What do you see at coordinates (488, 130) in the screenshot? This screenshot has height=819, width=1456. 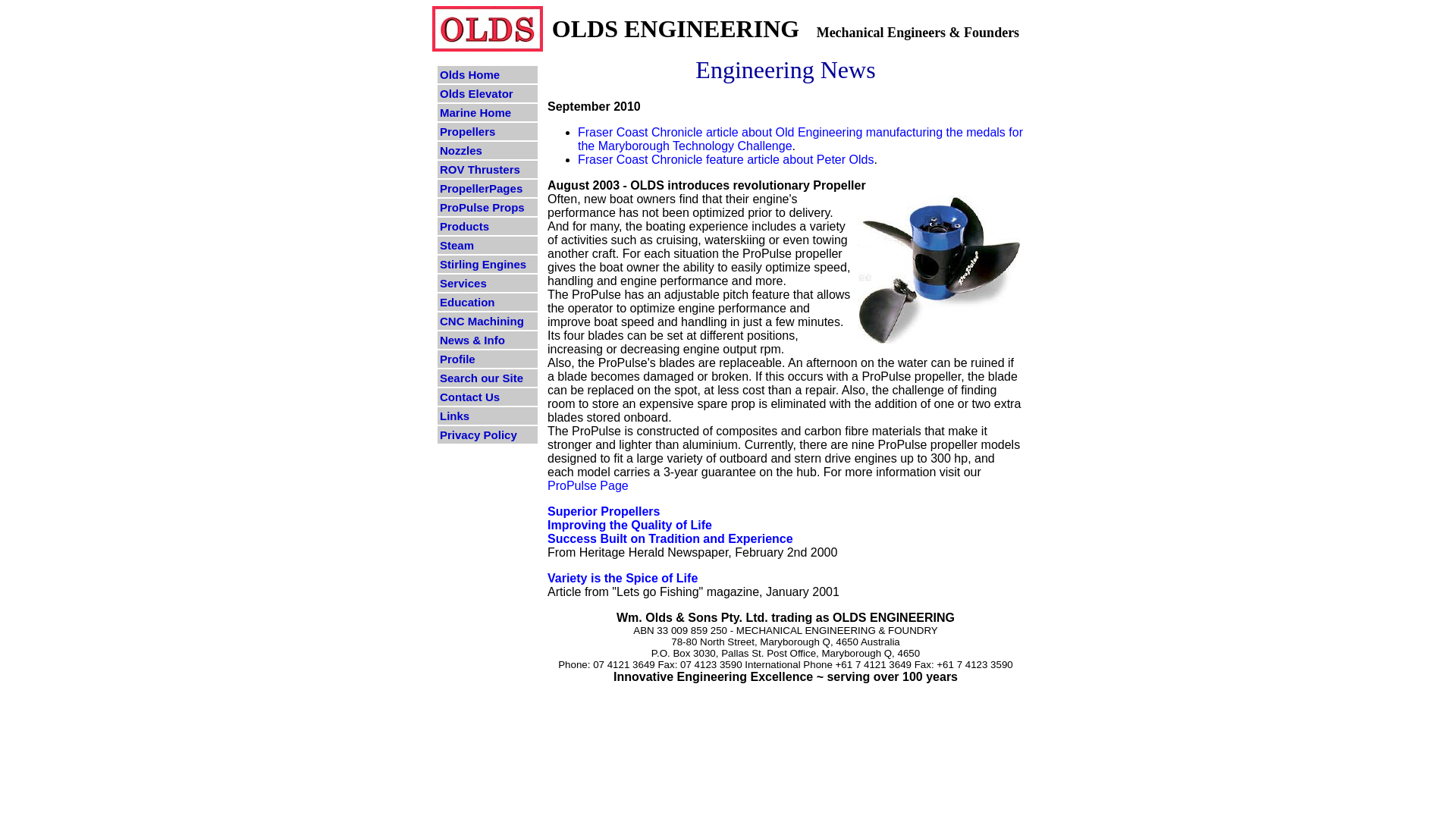 I see `'Propellers'` at bounding box center [488, 130].